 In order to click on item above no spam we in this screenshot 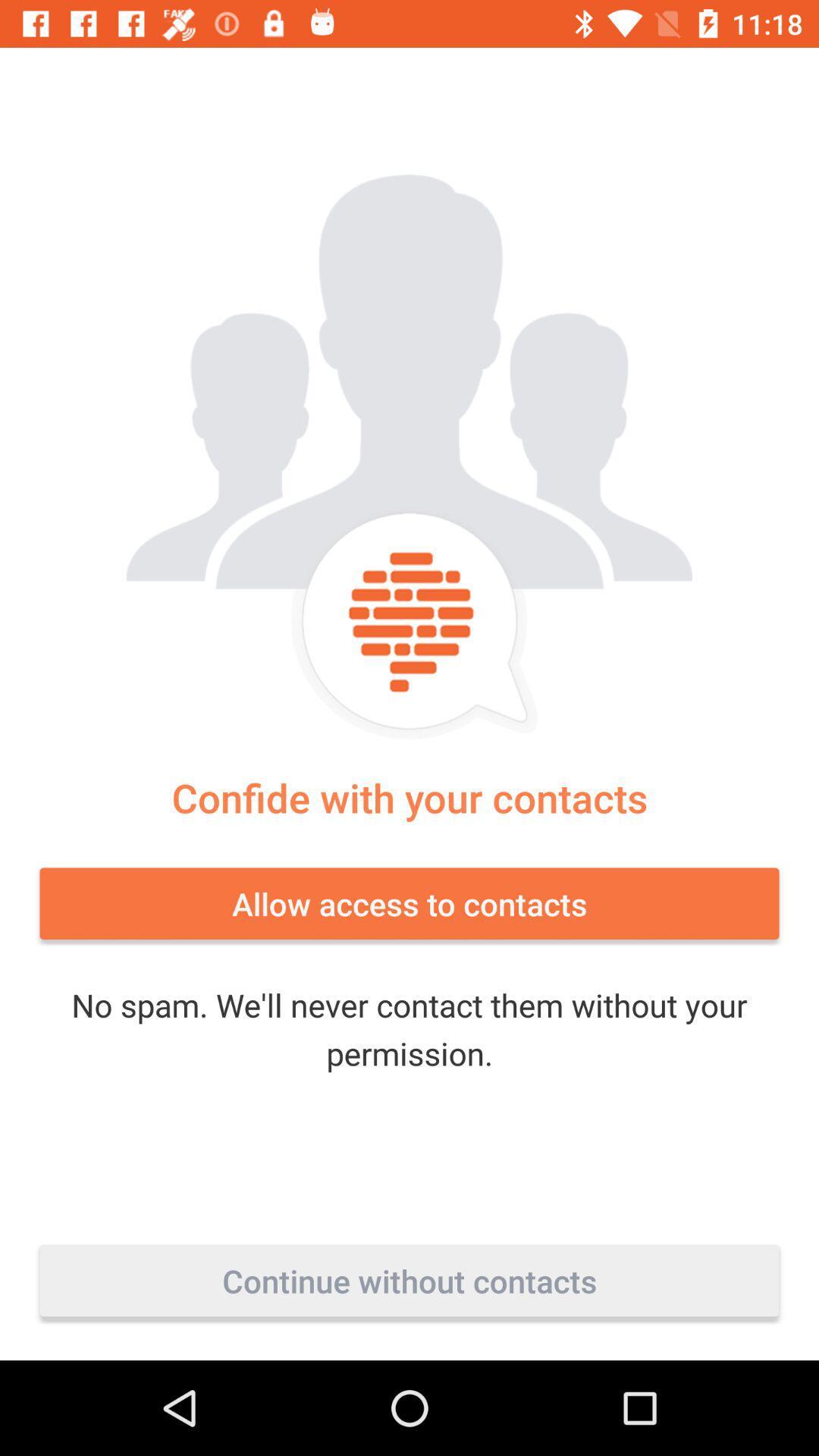, I will do `click(409, 903)`.